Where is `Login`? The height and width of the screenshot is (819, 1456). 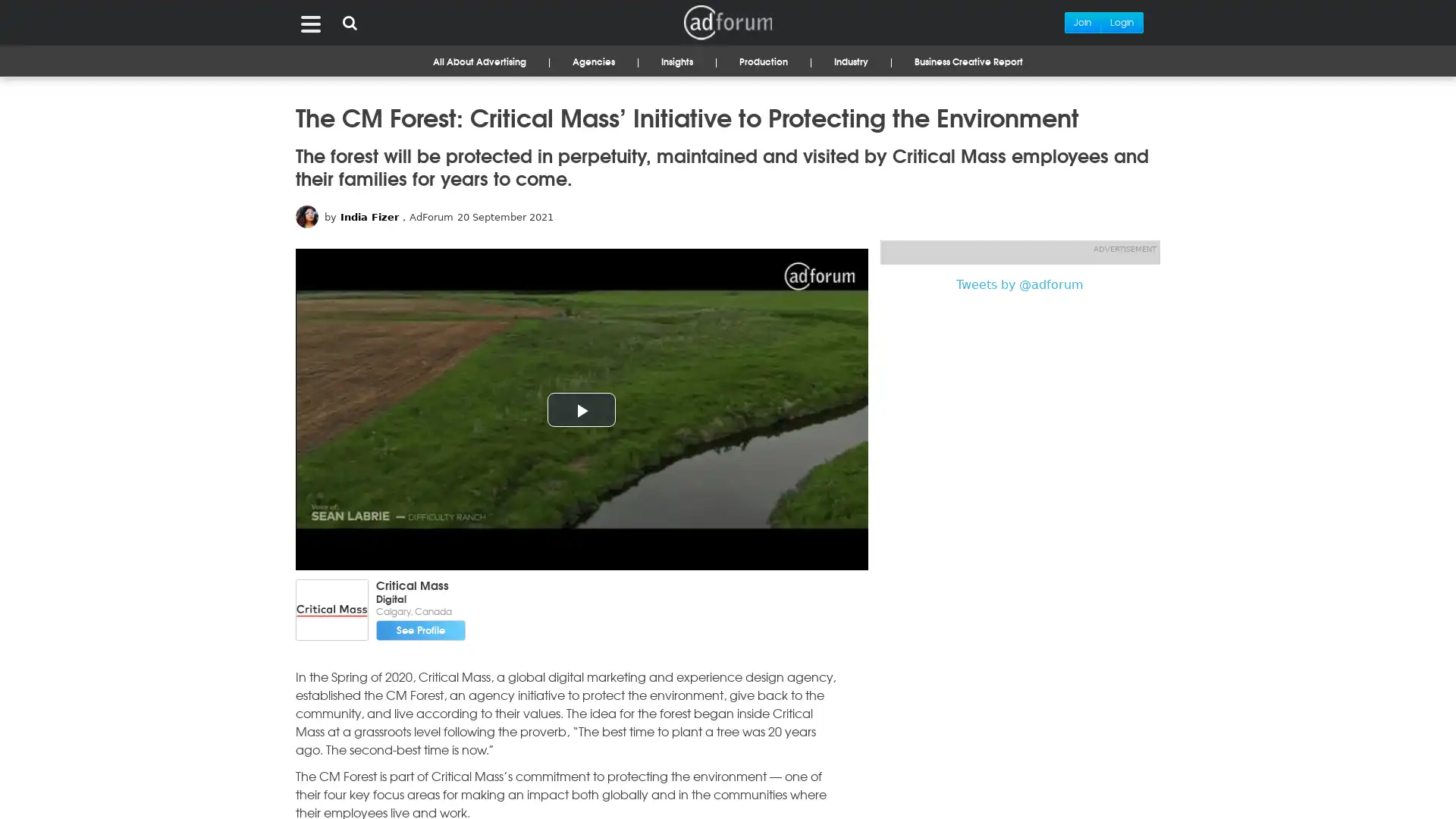 Login is located at coordinates (1122, 23).